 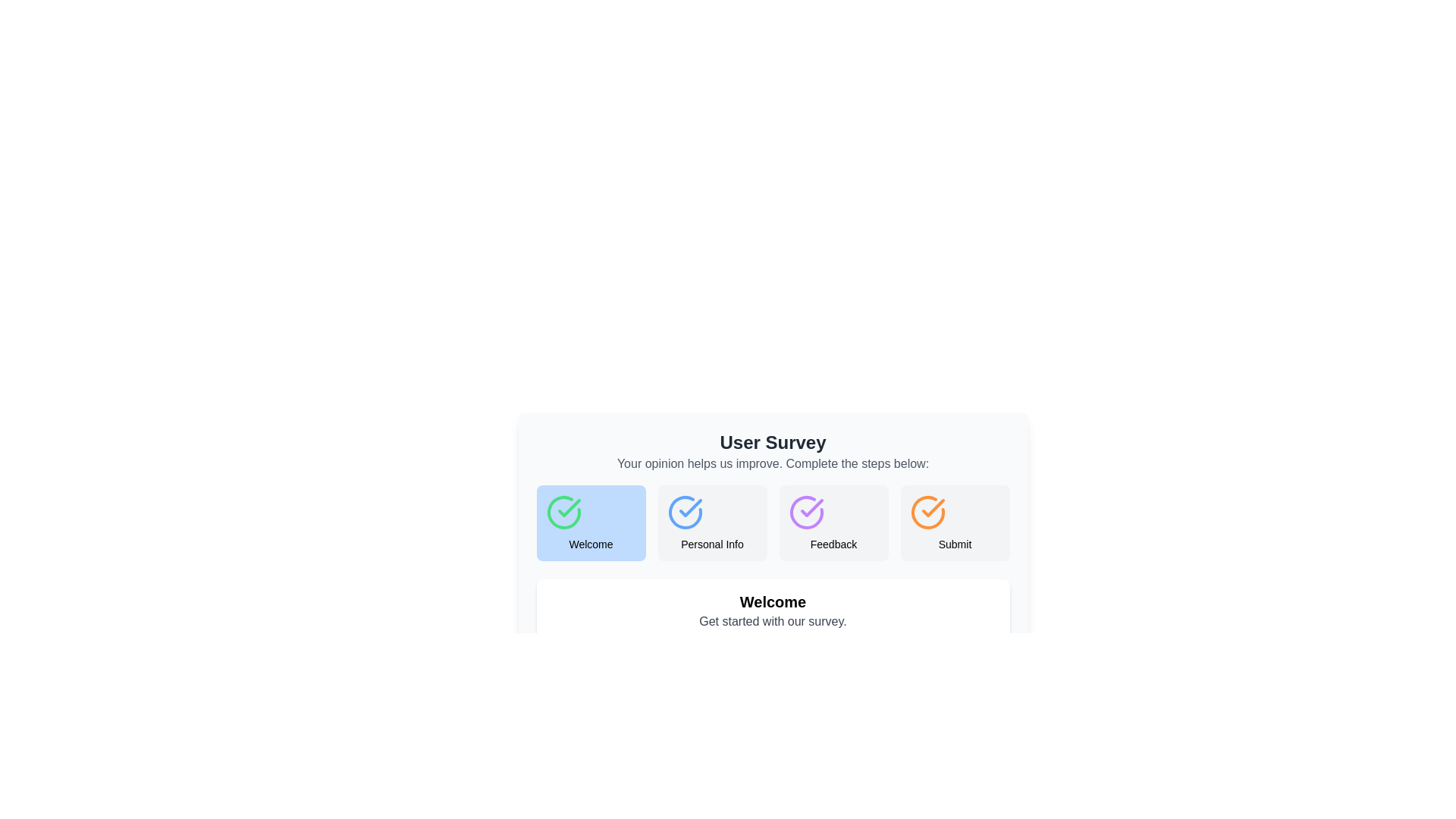 What do you see at coordinates (773, 601) in the screenshot?
I see `the bold, large-sized static text displaying 'Welcome' that is centered at the top of a white card section` at bounding box center [773, 601].